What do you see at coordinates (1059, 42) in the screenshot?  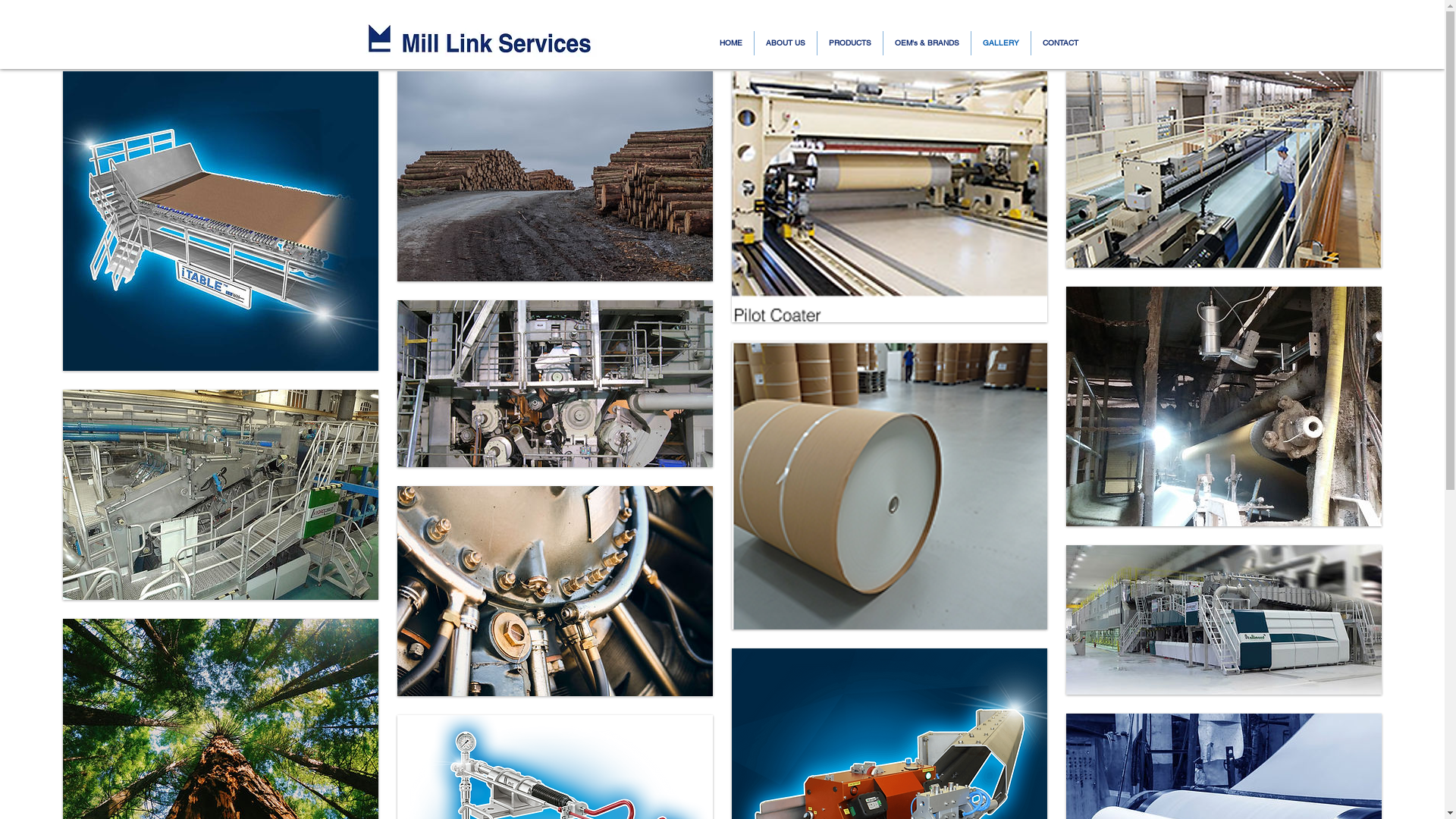 I see `'CONTACT'` at bounding box center [1059, 42].